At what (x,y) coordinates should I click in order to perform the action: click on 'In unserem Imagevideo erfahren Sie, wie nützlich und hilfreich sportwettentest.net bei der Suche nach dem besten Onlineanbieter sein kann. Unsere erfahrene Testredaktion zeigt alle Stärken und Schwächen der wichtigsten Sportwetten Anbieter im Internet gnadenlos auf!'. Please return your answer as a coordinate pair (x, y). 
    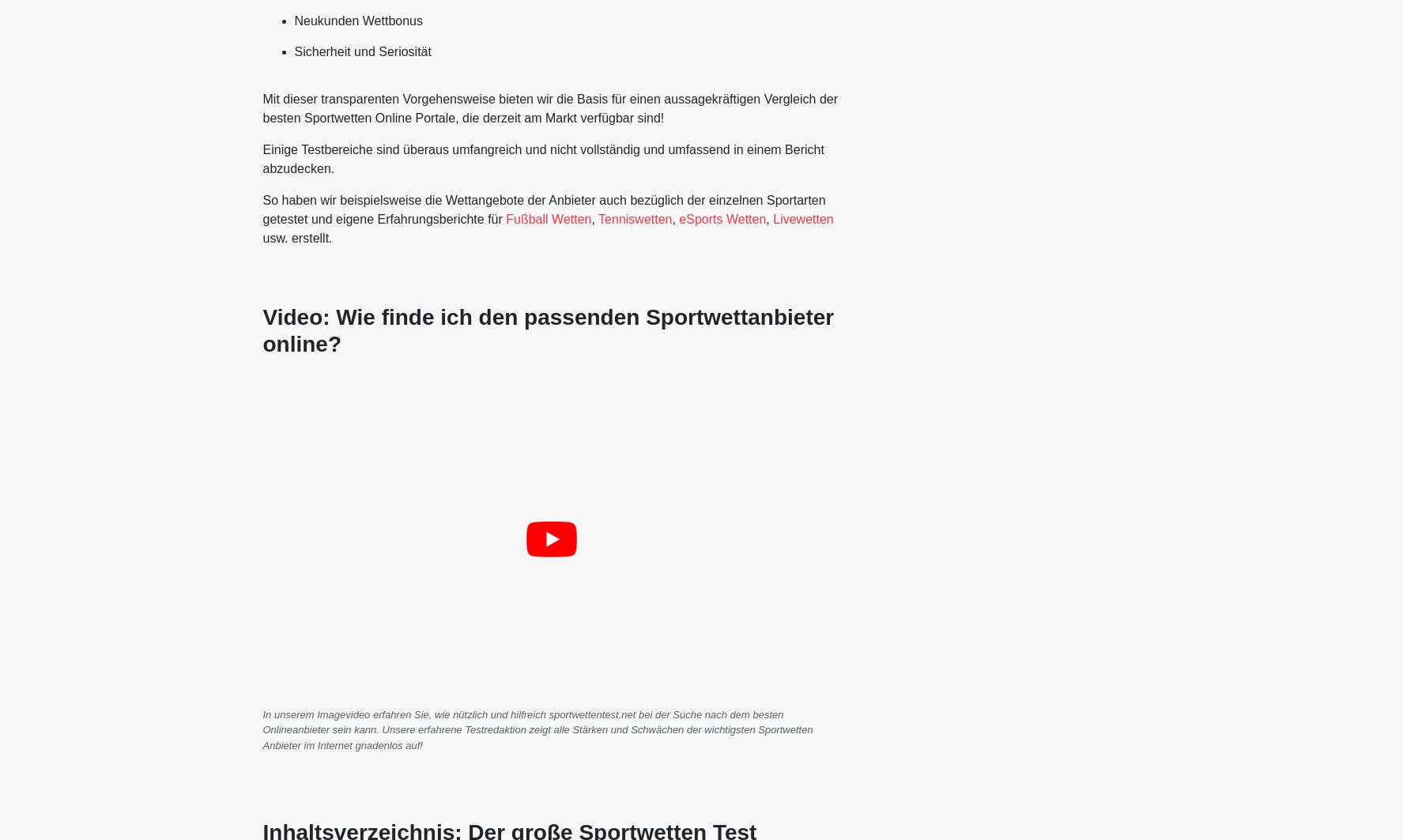
    Looking at the image, I should click on (261, 729).